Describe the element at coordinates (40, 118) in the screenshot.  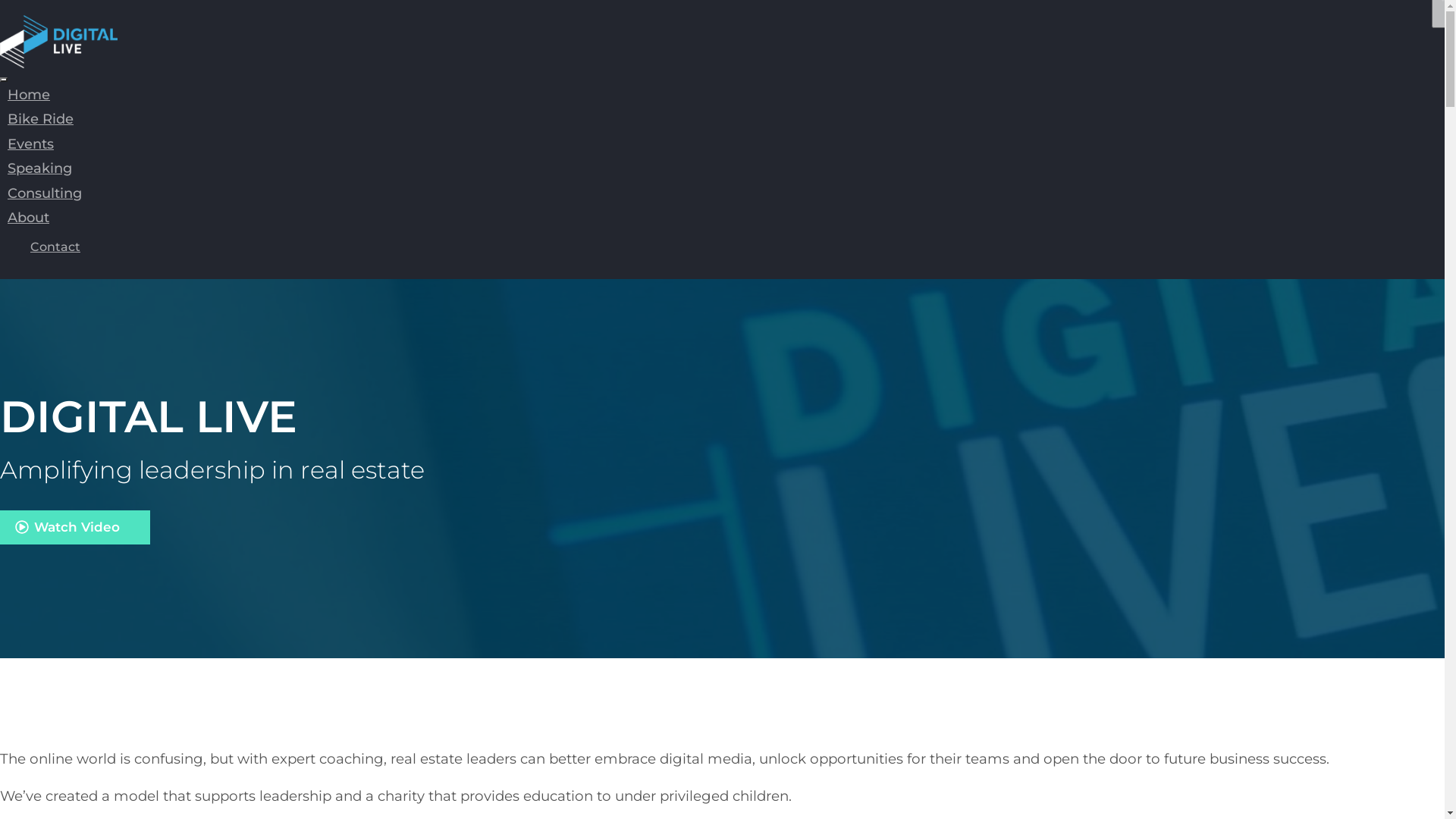
I see `'Bike Ride'` at that location.